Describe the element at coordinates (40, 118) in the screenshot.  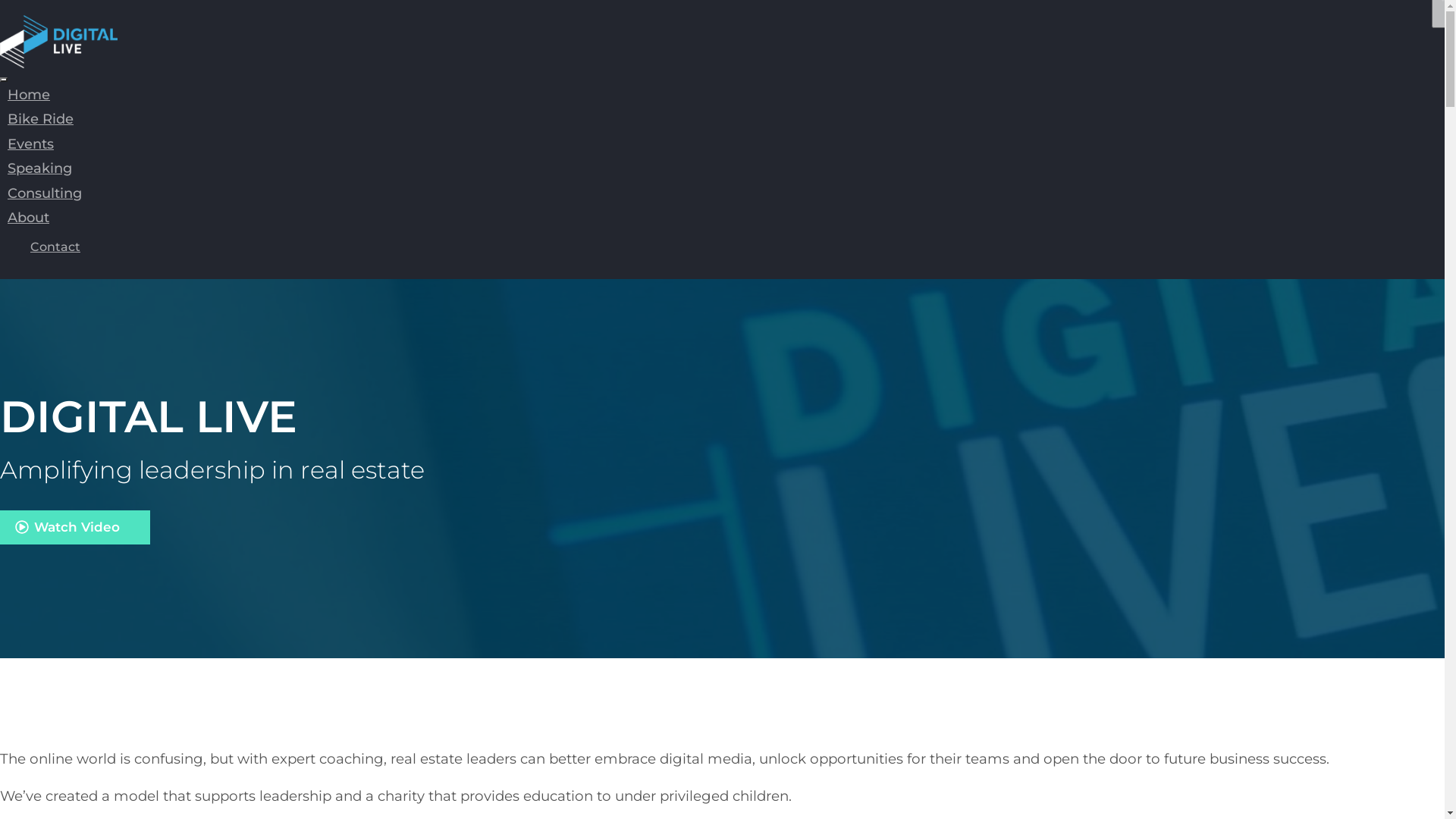
I see `'Bike Ride'` at that location.